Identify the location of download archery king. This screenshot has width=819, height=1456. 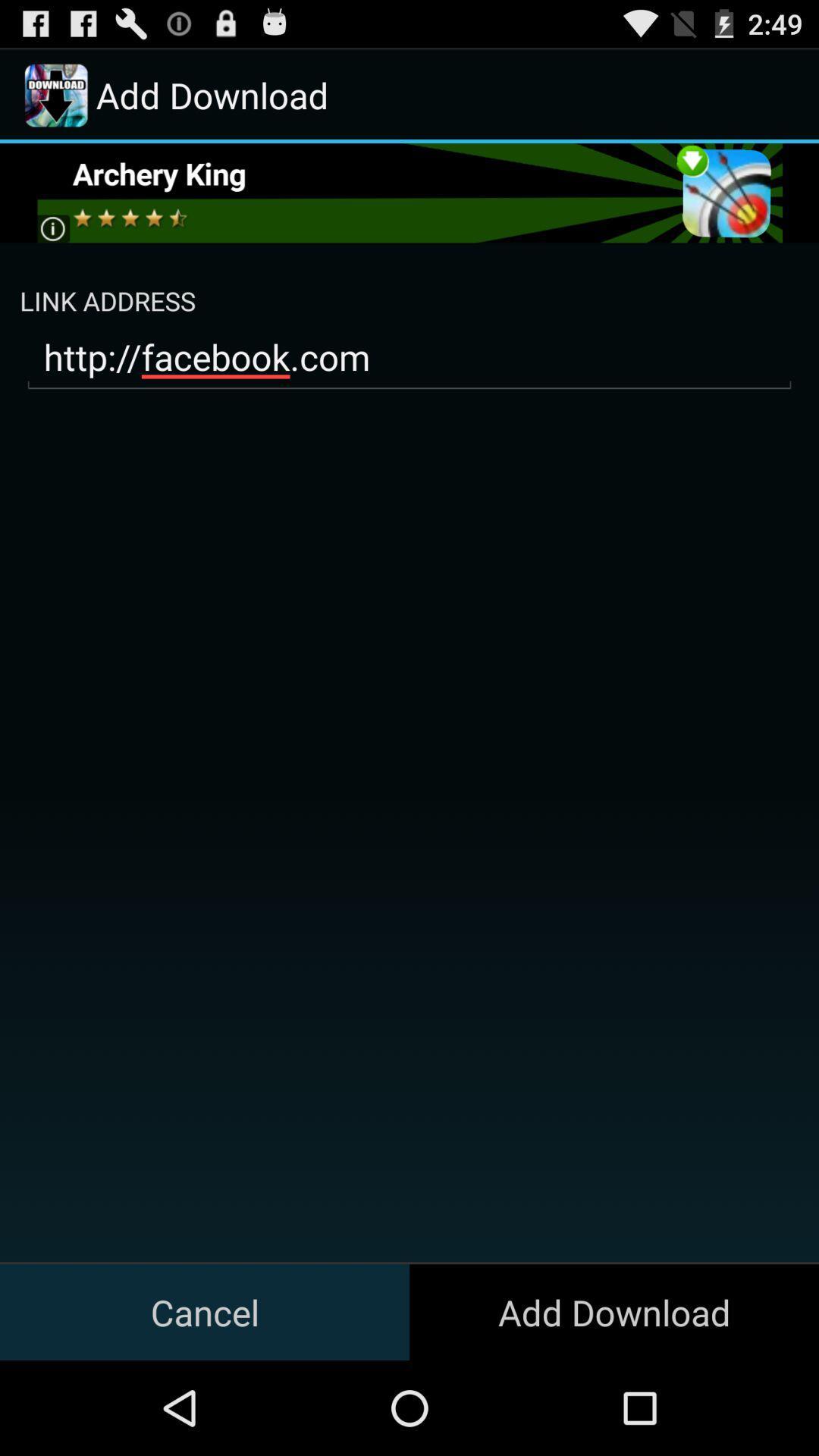
(408, 192).